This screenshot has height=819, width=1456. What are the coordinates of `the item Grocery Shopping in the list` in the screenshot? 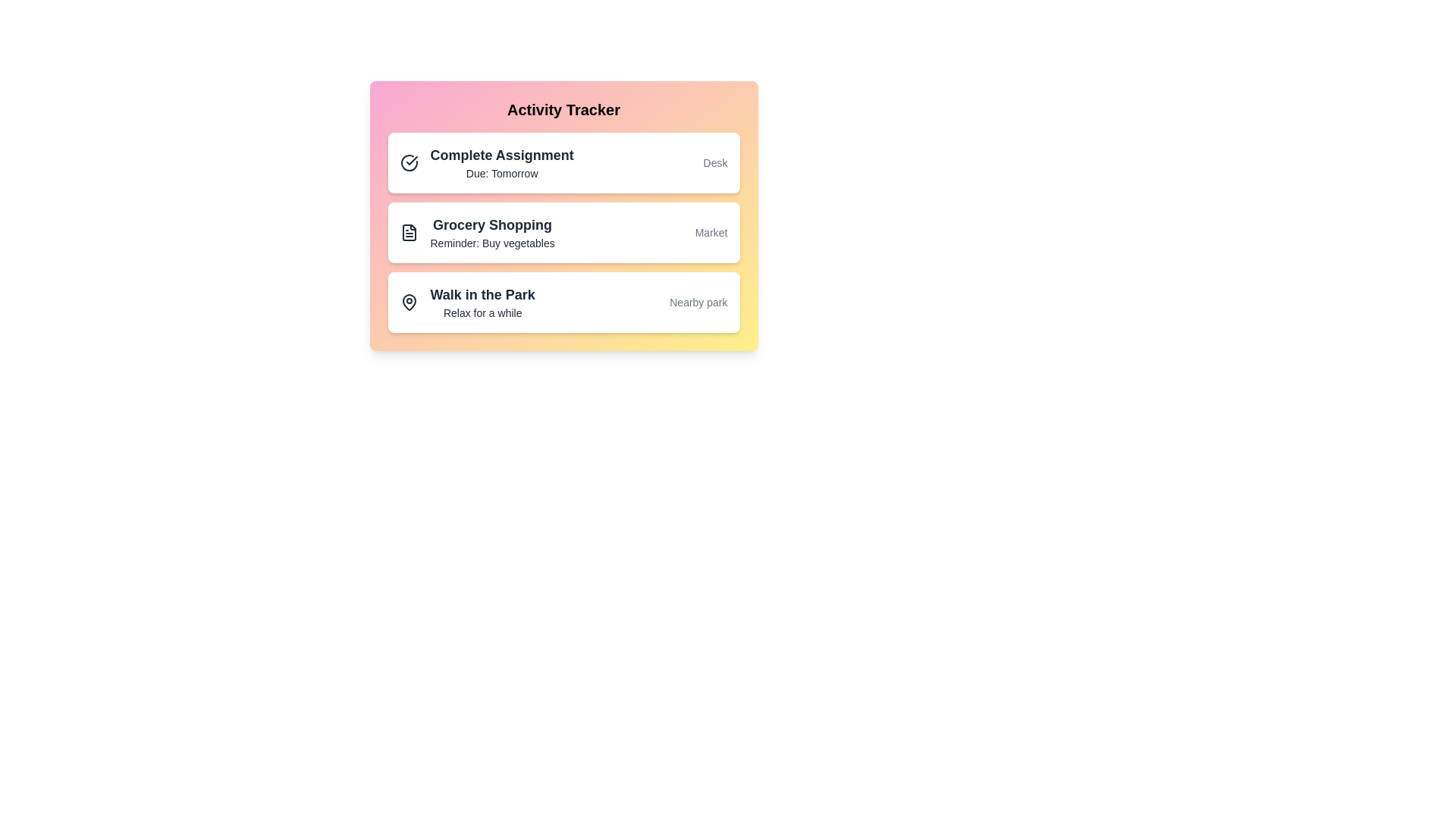 It's located at (563, 233).